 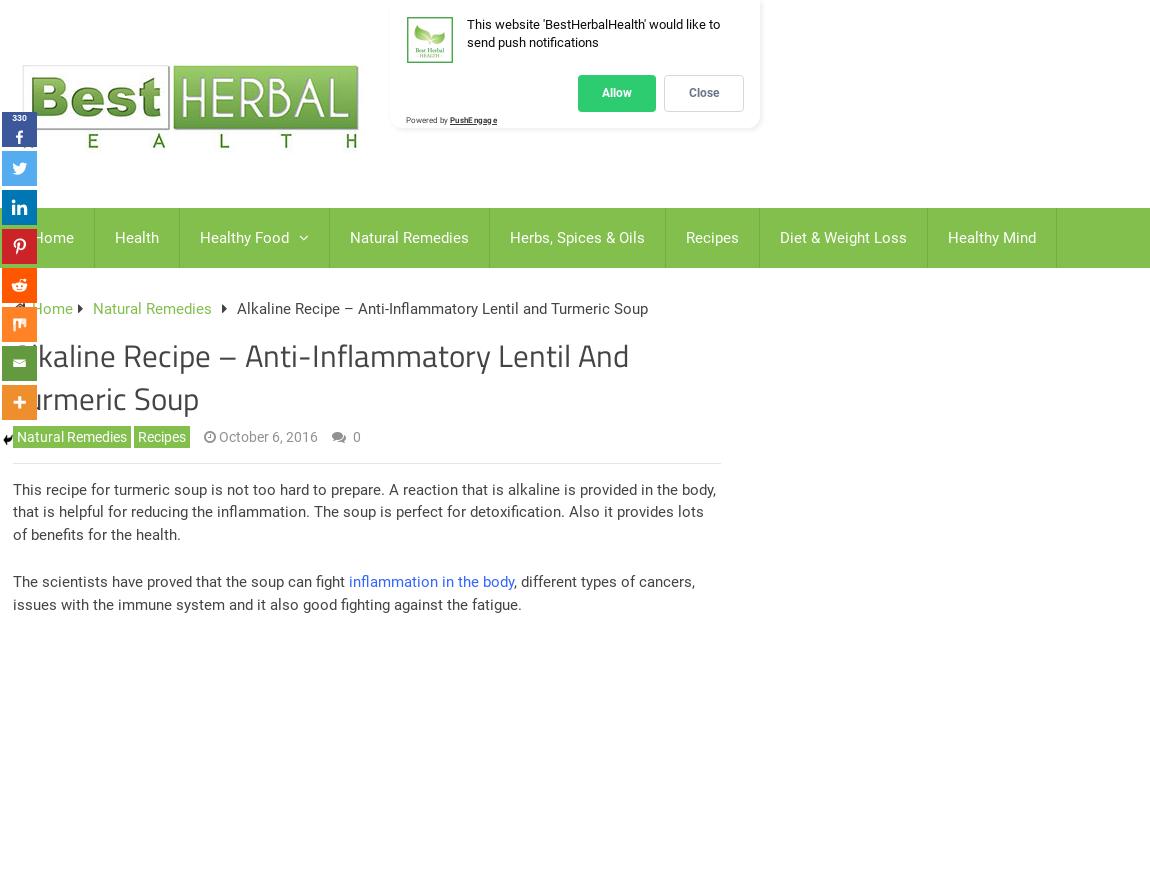 I want to click on 'Allow', so click(x=615, y=92).